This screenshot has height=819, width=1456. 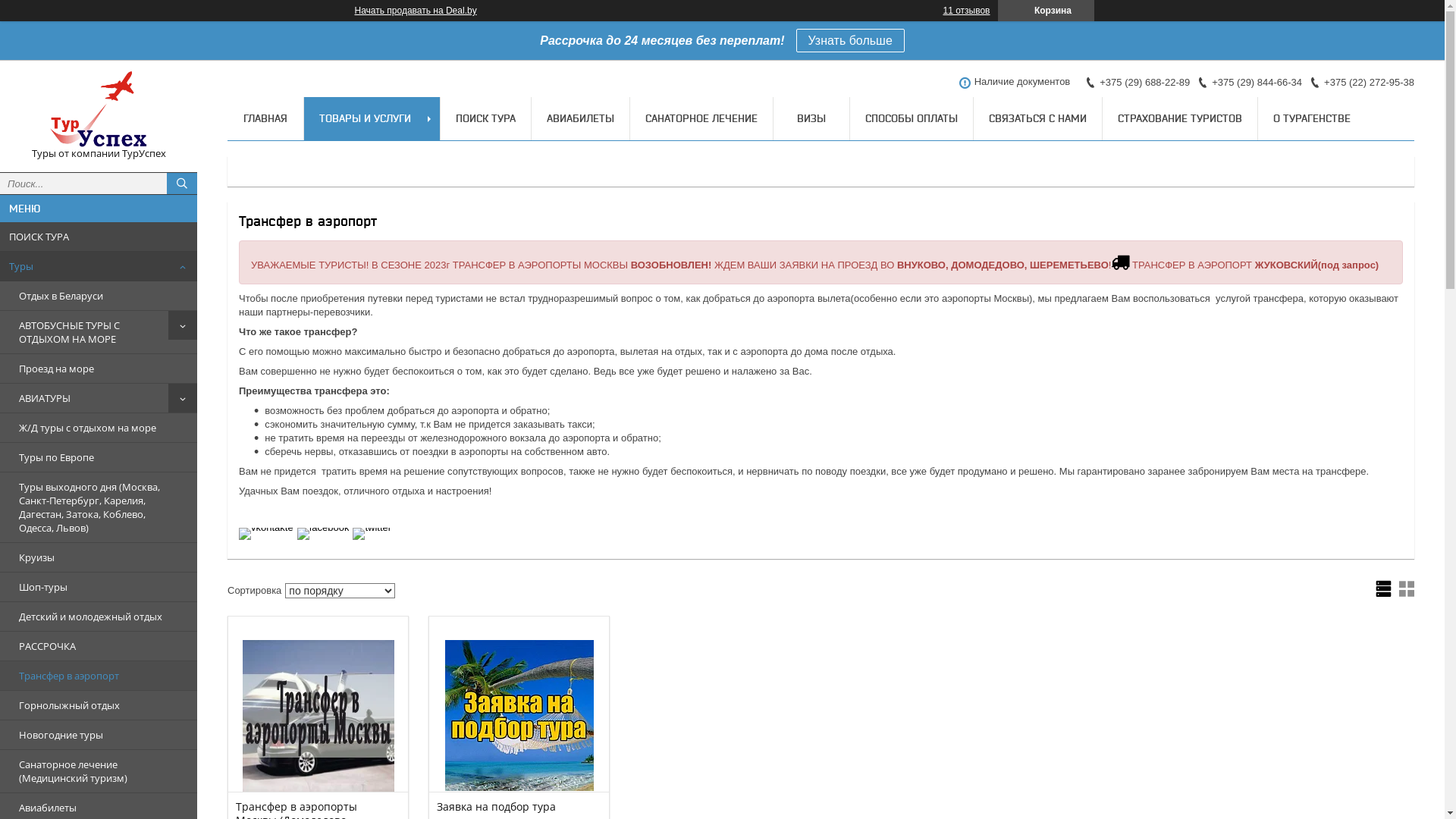 I want to click on 'twitter', so click(x=352, y=526).